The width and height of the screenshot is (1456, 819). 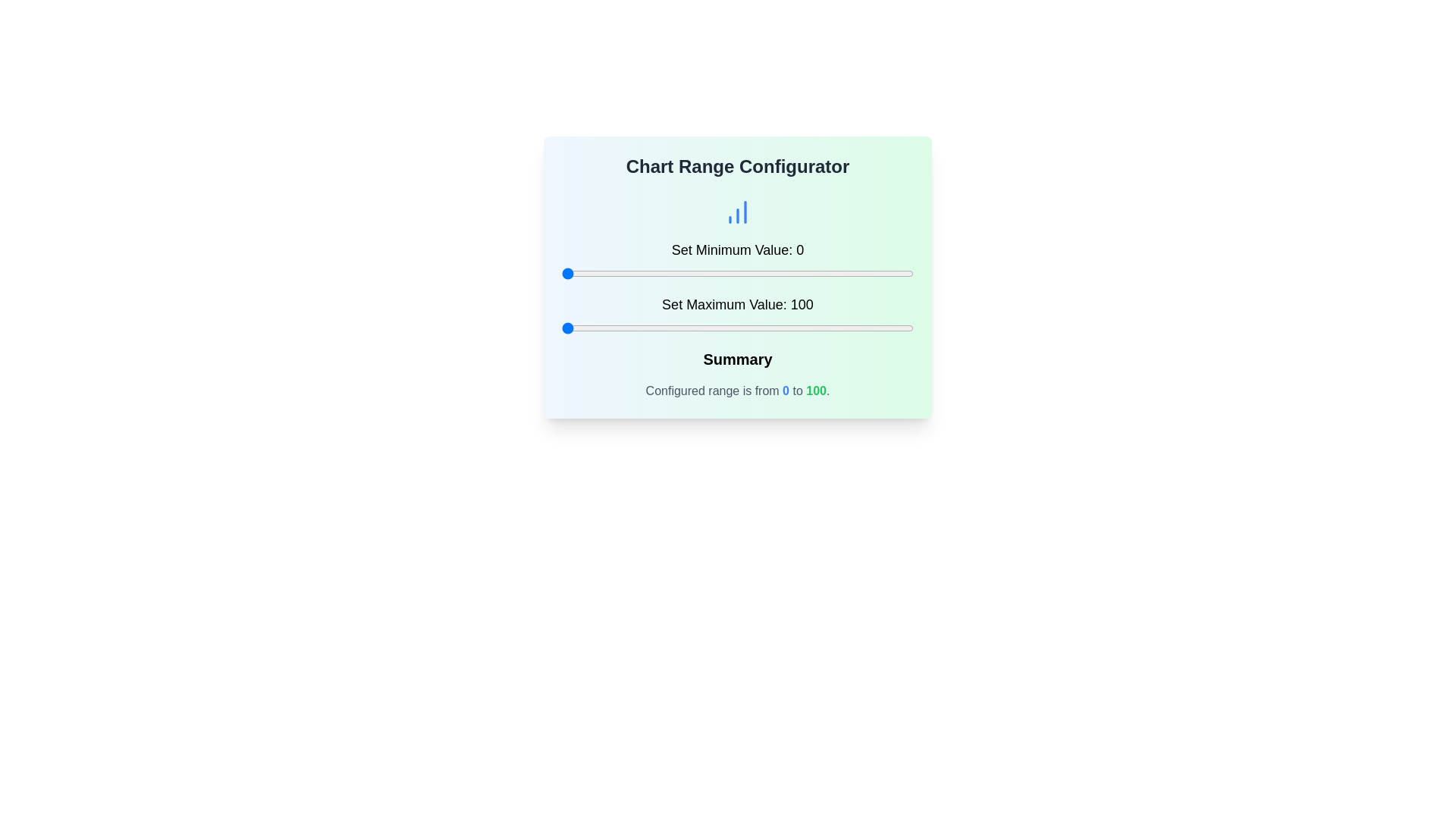 What do you see at coordinates (893, 327) in the screenshot?
I see `the maximum value slider to set the value to 194` at bounding box center [893, 327].